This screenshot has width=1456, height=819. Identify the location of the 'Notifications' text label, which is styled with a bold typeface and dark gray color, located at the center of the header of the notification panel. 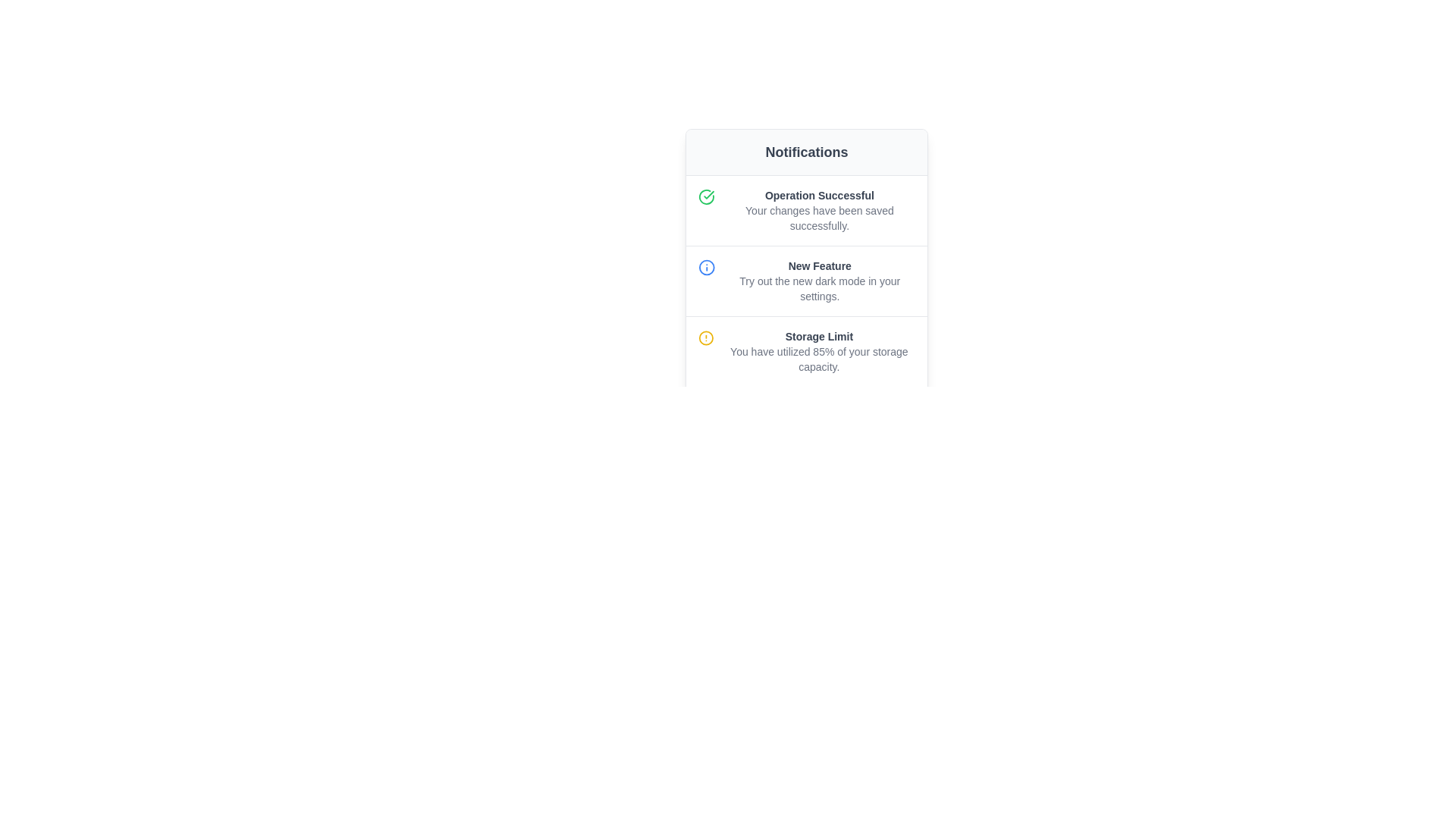
(806, 152).